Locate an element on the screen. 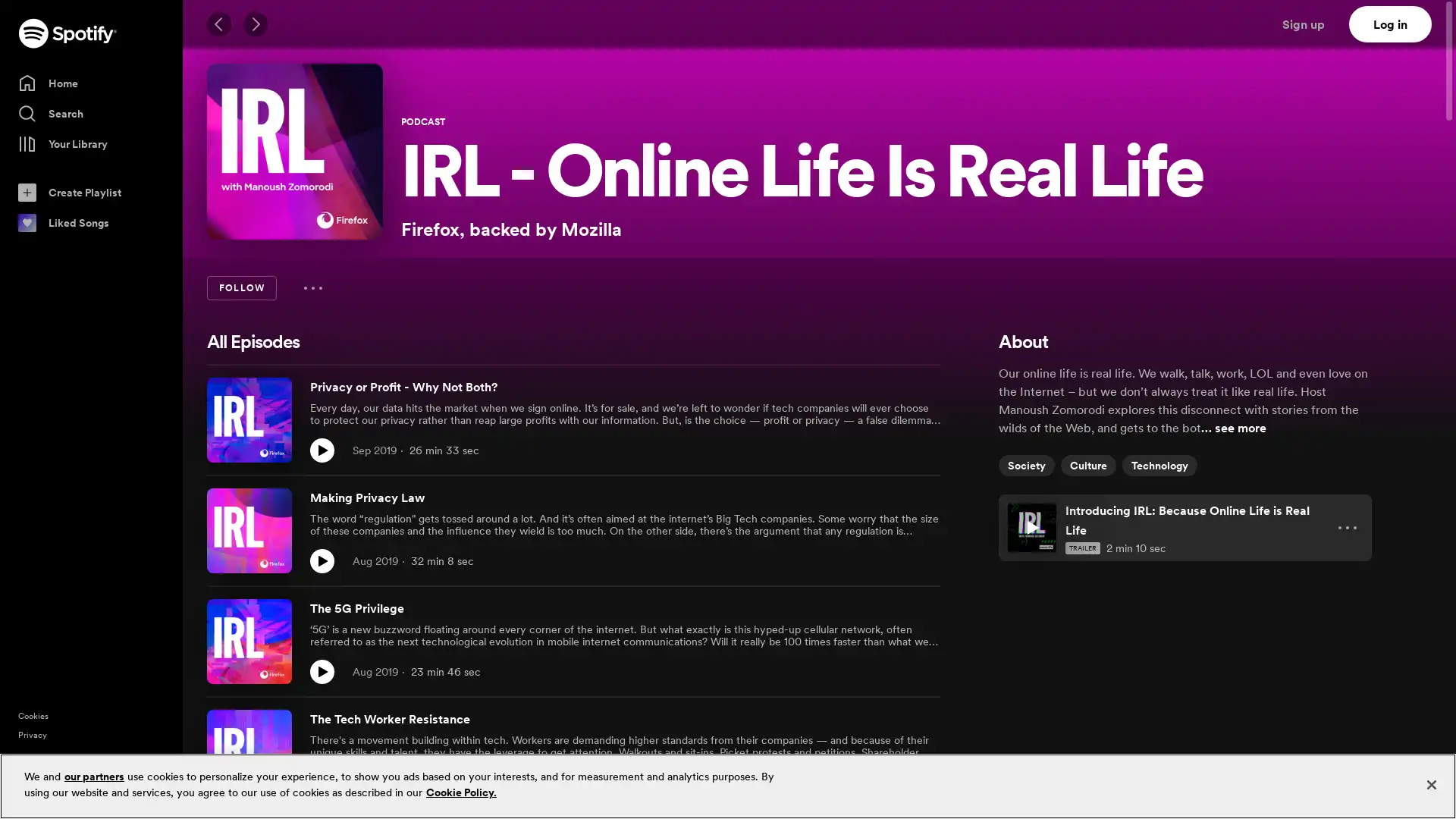 This screenshot has height=819, width=1456. Share is located at coordinates (895, 671).